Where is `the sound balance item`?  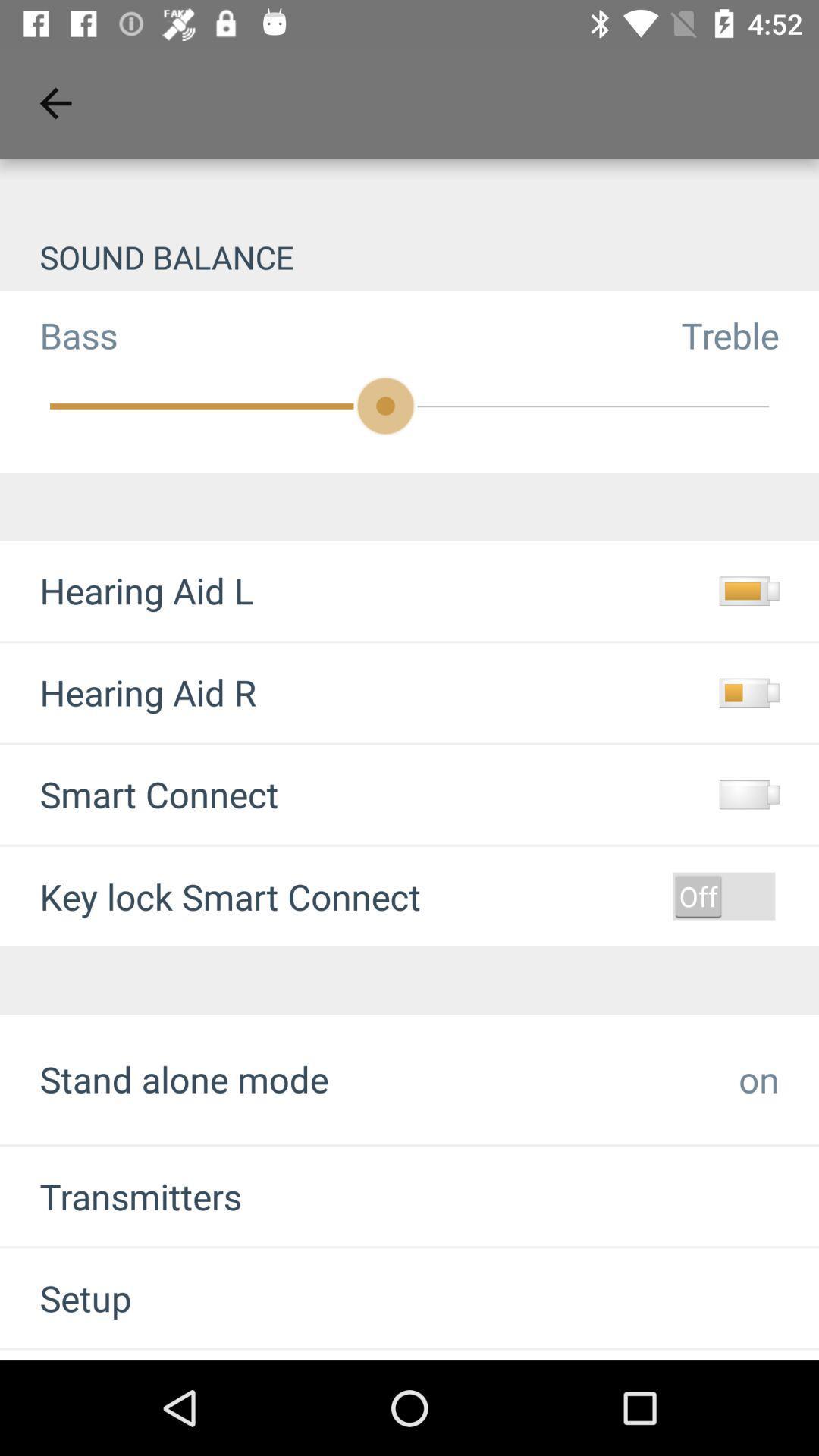
the sound balance item is located at coordinates (409, 257).